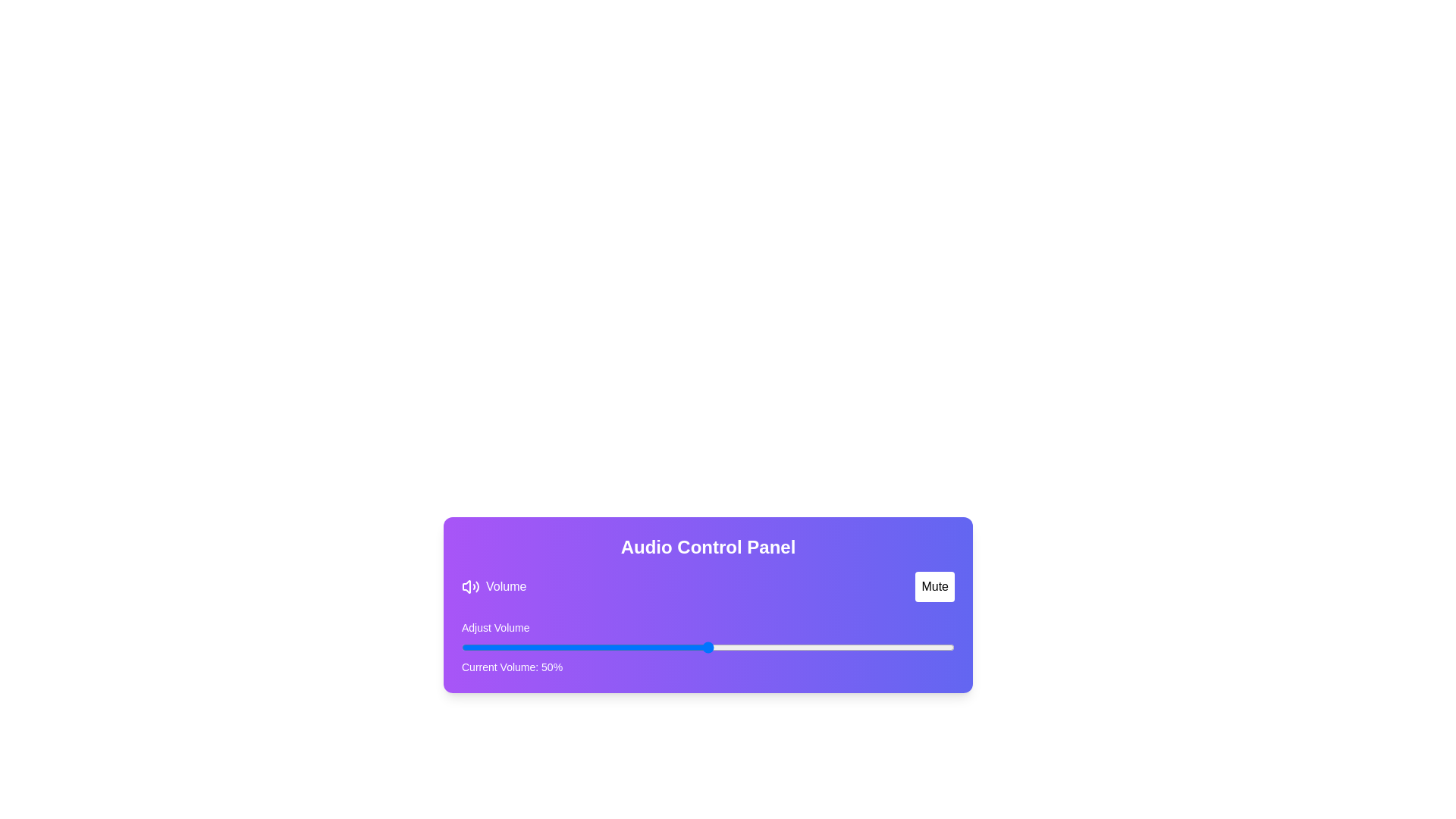 The image size is (1456, 819). Describe the element at coordinates (461, 647) in the screenshot. I see `the volume slider` at that location.